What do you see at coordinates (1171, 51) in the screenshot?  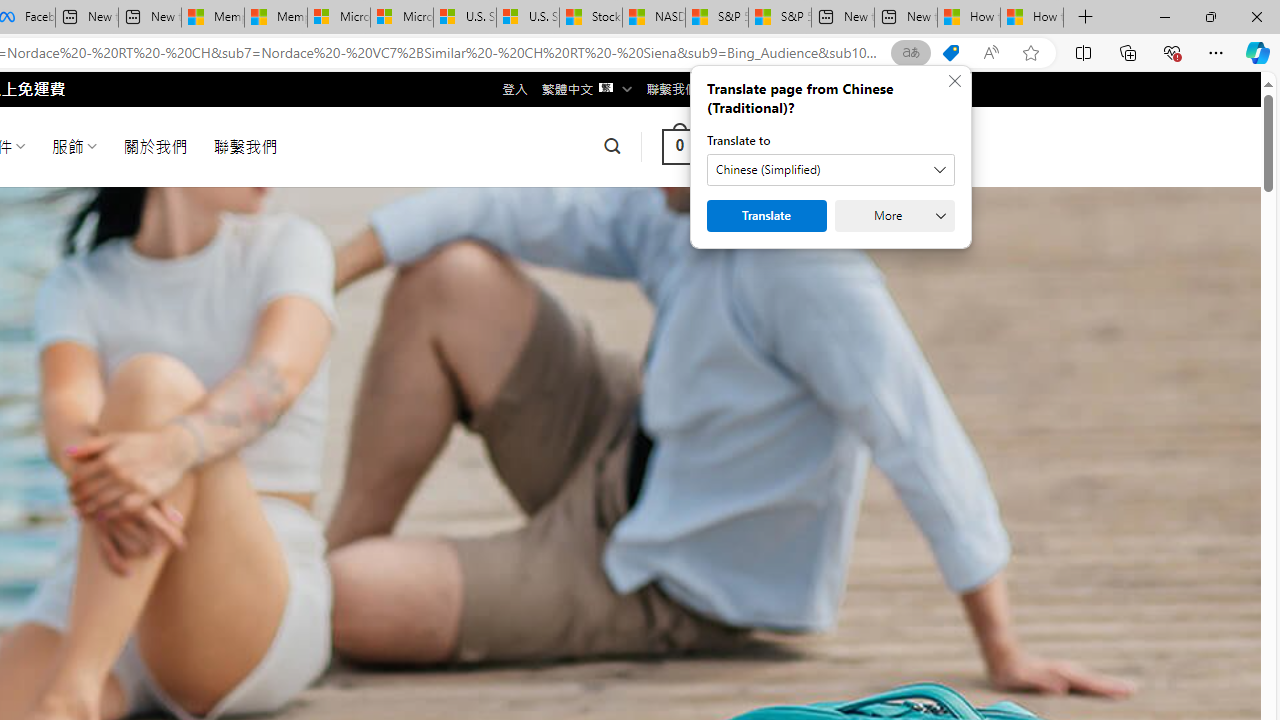 I see `'Browser essentials'` at bounding box center [1171, 51].